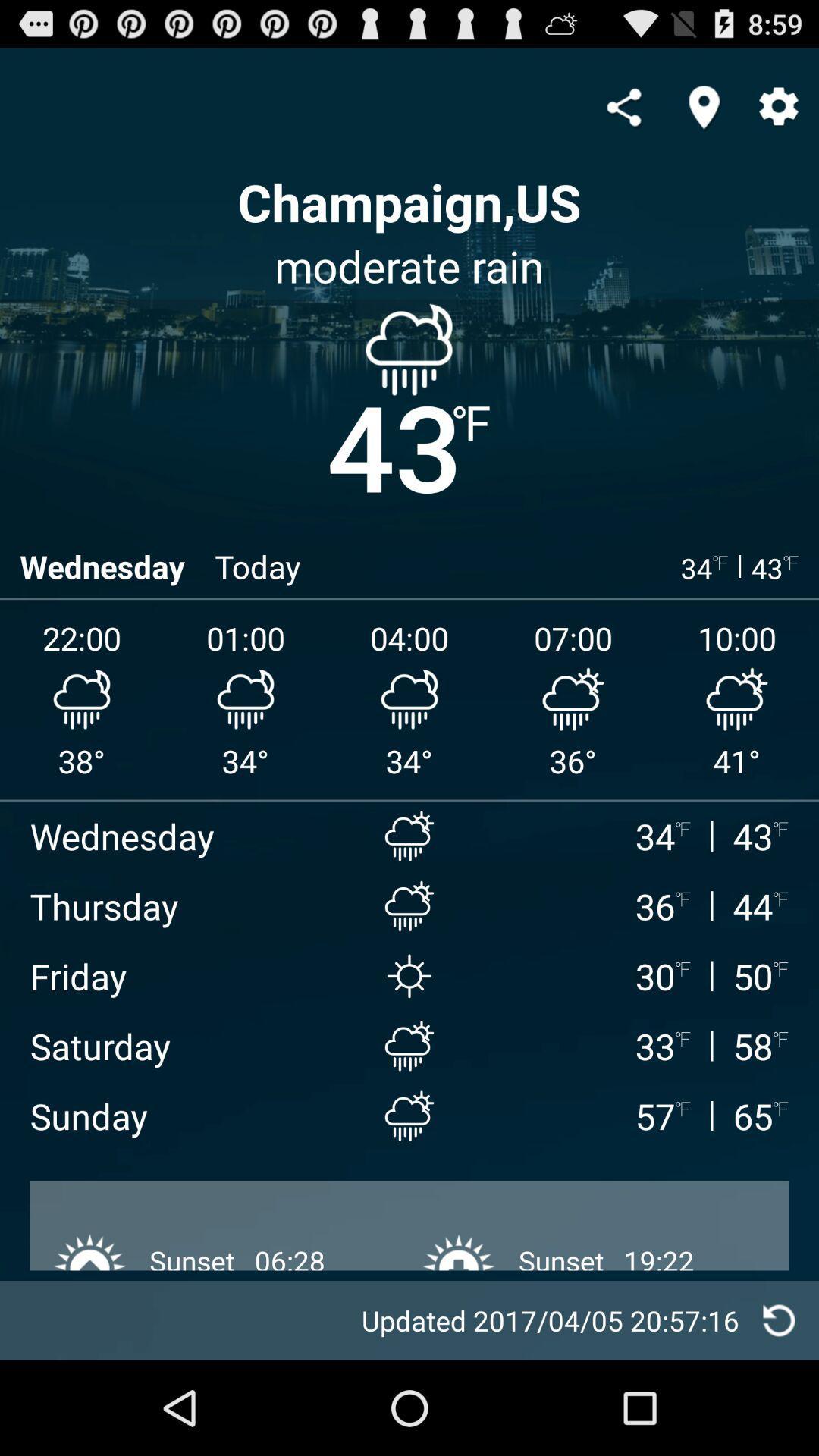 This screenshot has height=1456, width=819. I want to click on share your location, so click(704, 106).